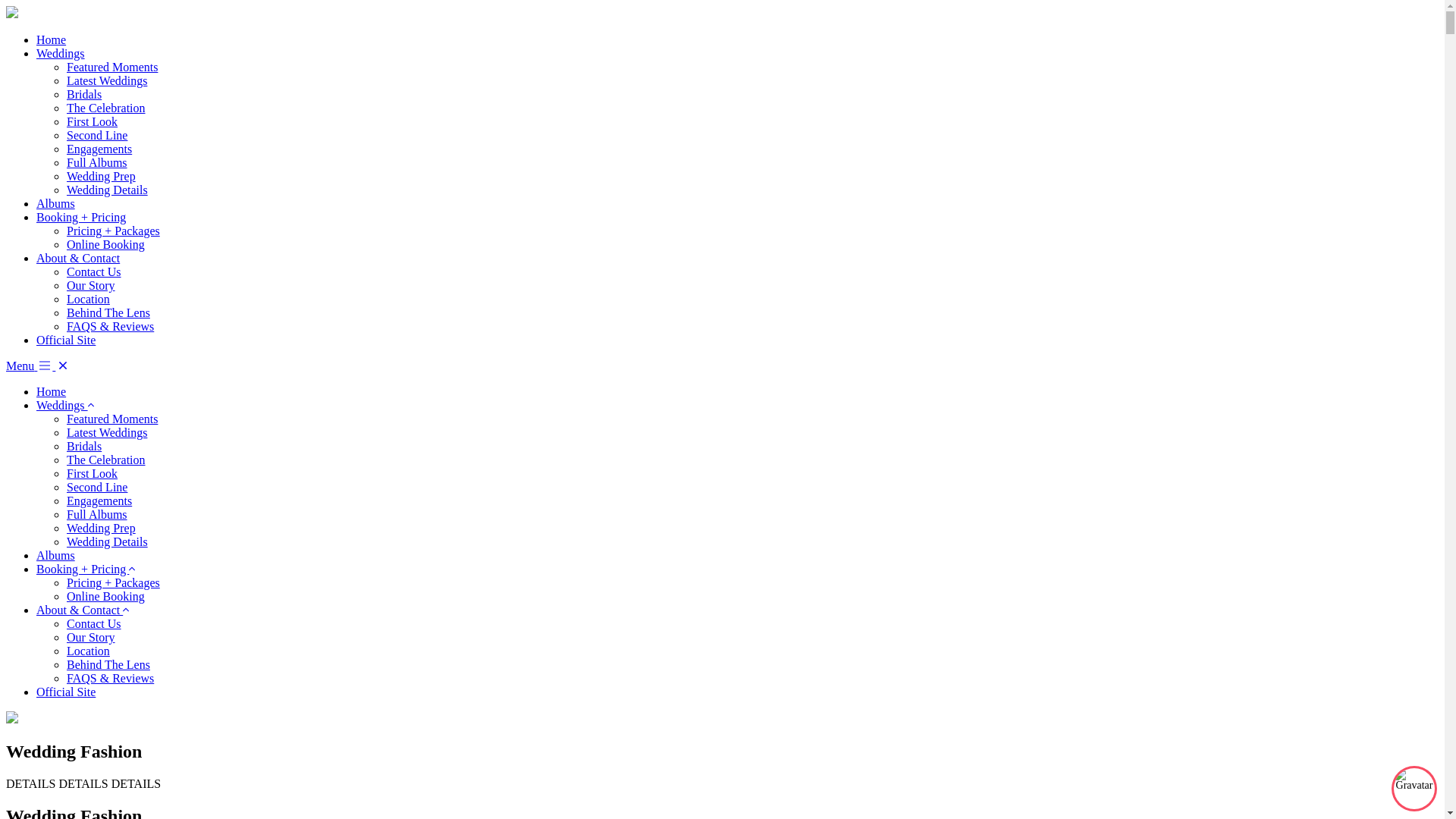 Image resolution: width=1456 pixels, height=819 pixels. What do you see at coordinates (55, 555) in the screenshot?
I see `'Albums'` at bounding box center [55, 555].